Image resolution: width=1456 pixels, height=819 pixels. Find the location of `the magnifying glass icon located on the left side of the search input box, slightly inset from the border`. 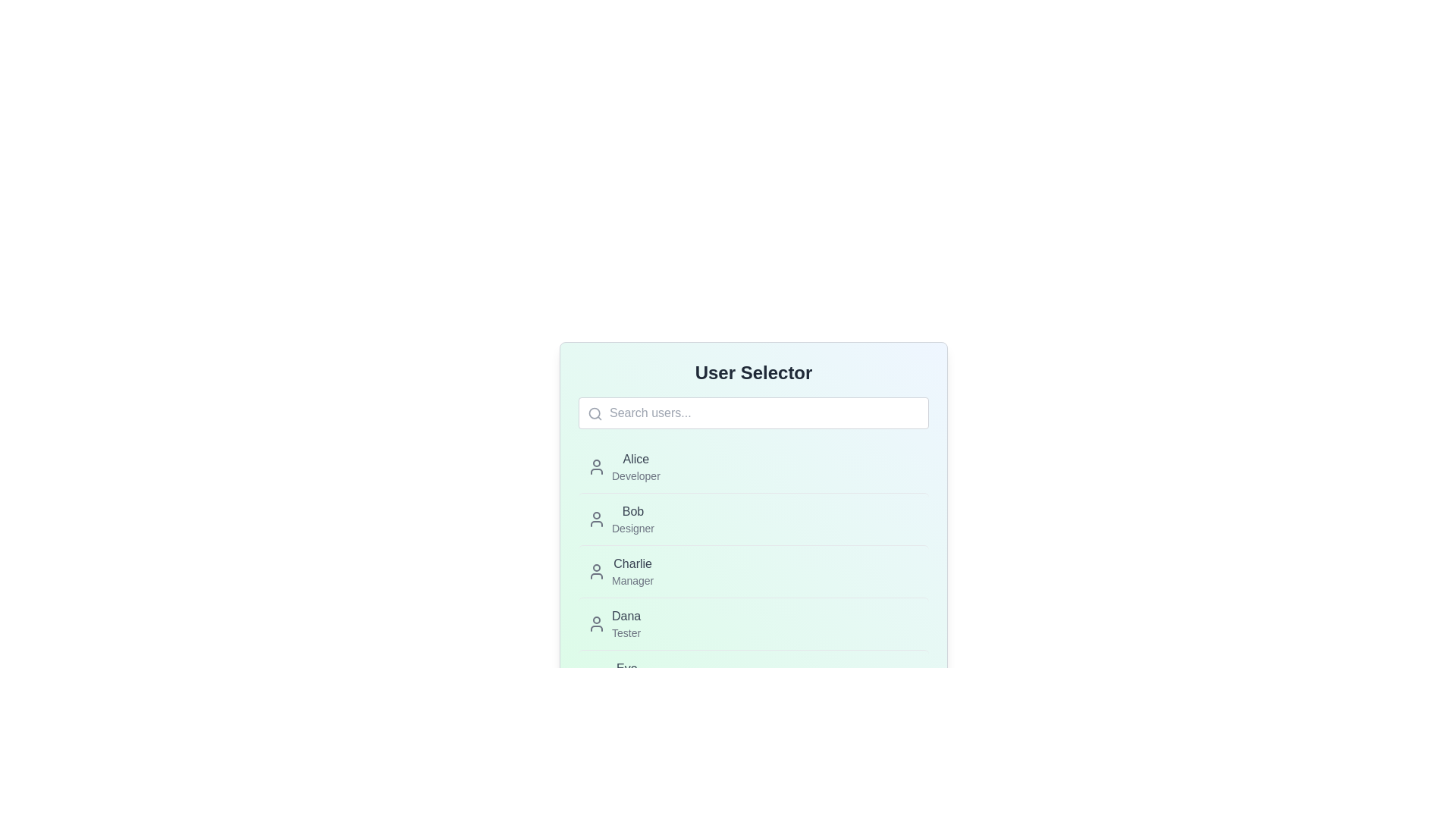

the magnifying glass icon located on the left side of the search input box, slightly inset from the border is located at coordinates (595, 414).